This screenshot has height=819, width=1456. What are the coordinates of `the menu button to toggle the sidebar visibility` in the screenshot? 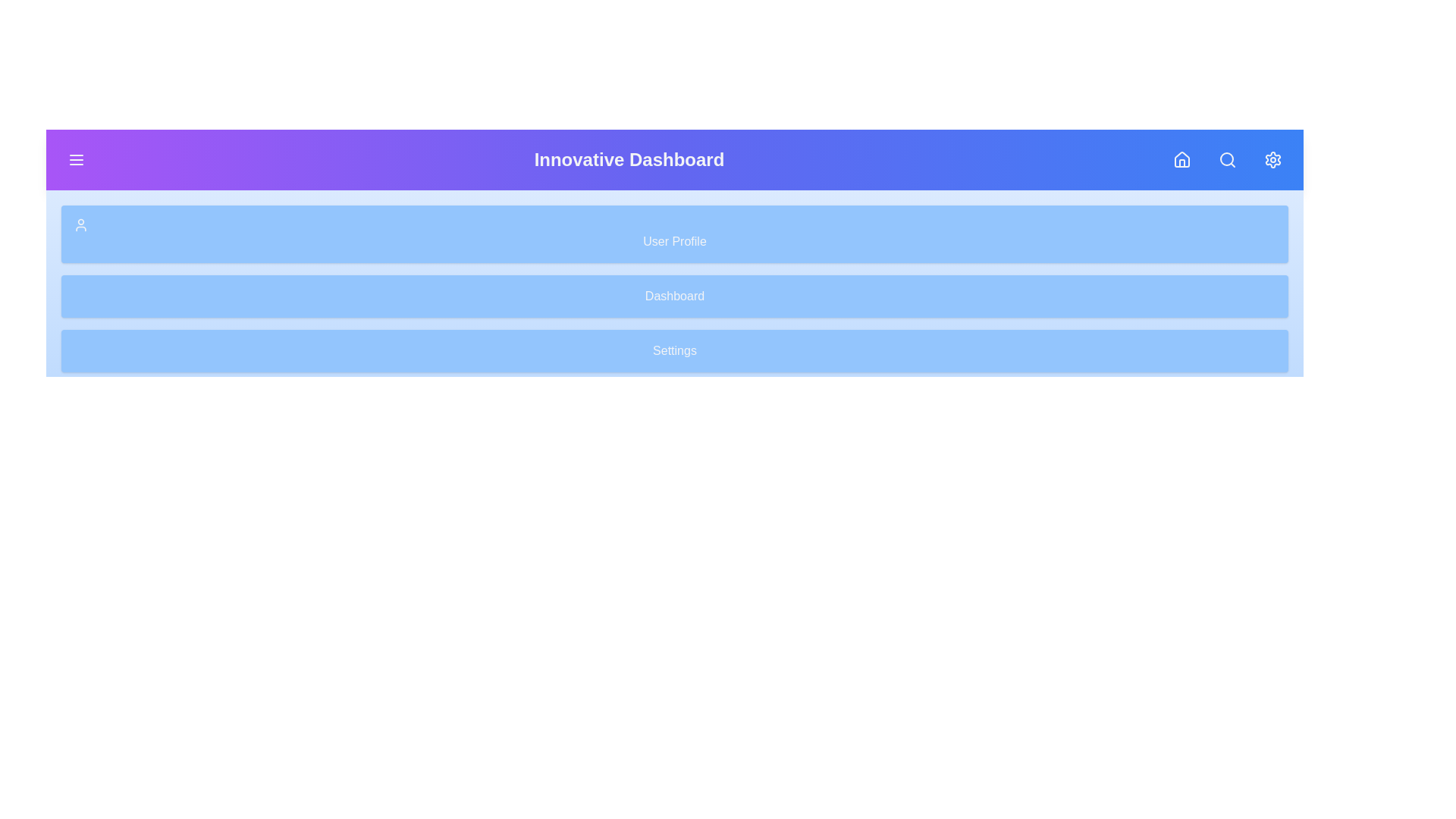 It's located at (75, 160).